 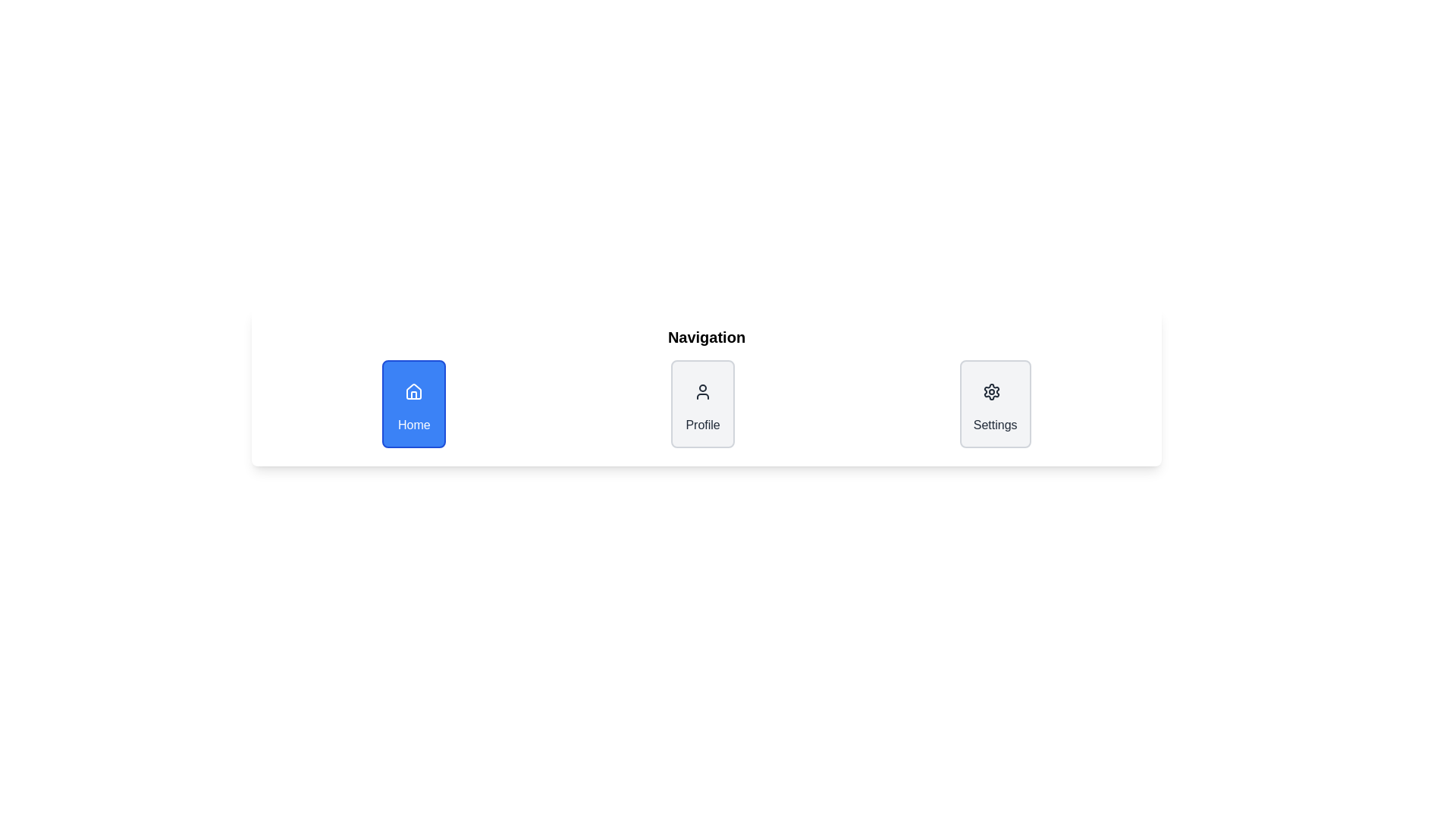 What do you see at coordinates (702, 391) in the screenshot?
I see `the user profile icon located in the middle navigation button under the 'Navigation' heading` at bounding box center [702, 391].